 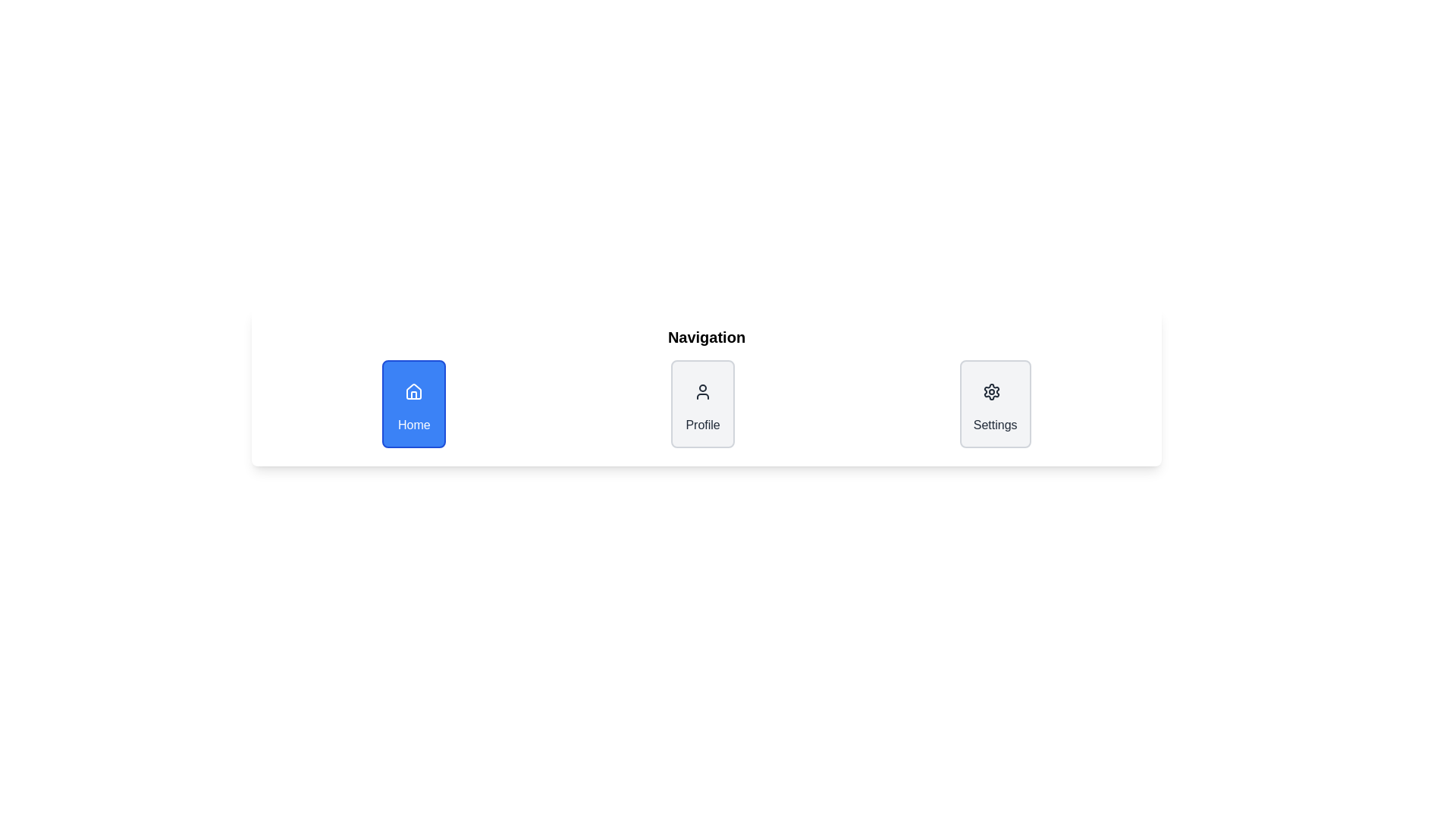 What do you see at coordinates (702, 391) in the screenshot?
I see `the user profile icon located in the middle navigation button under the 'Navigation' heading` at bounding box center [702, 391].